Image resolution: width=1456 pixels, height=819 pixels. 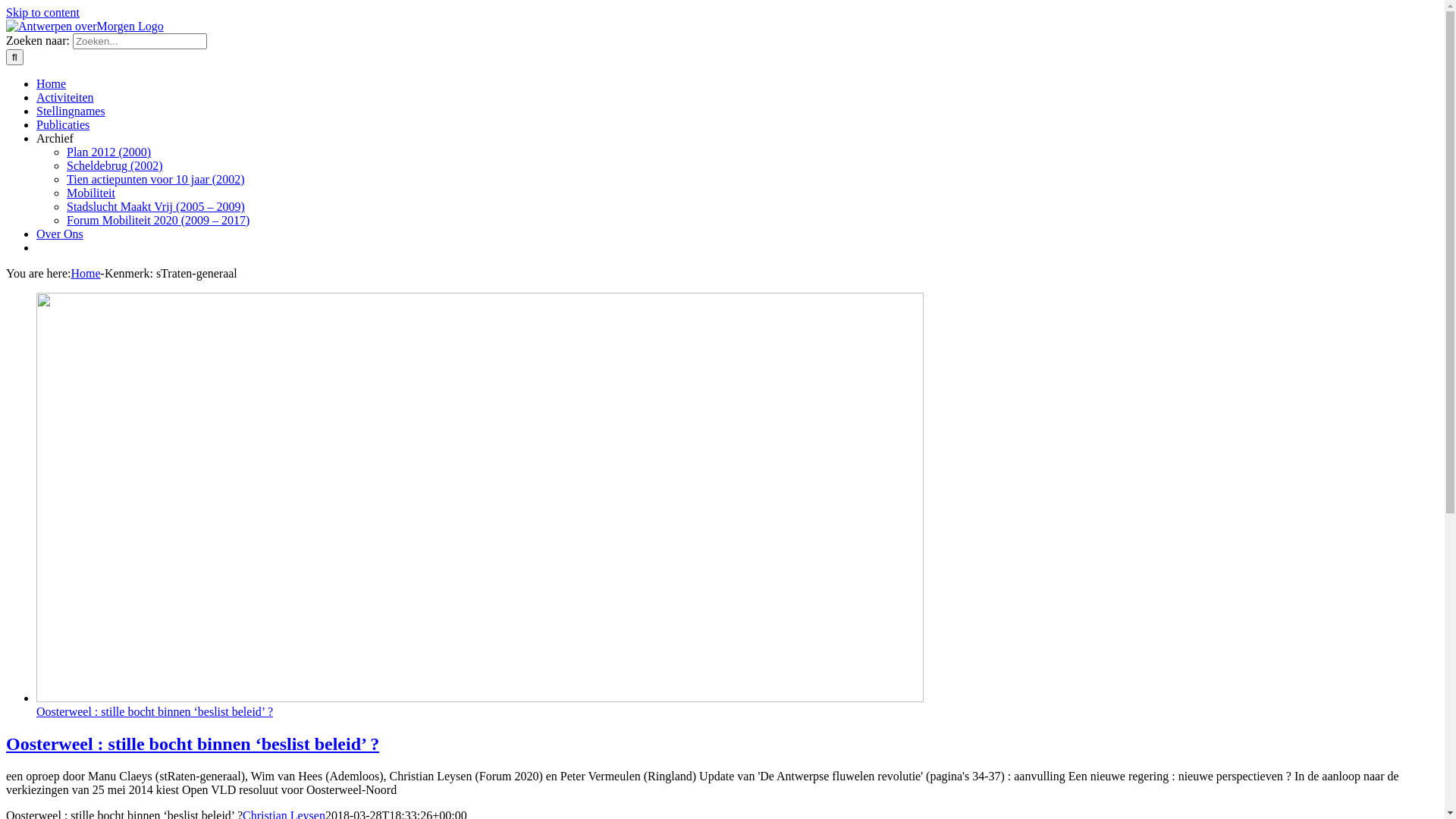 I want to click on 'Activiteiten', so click(x=74, y=97).